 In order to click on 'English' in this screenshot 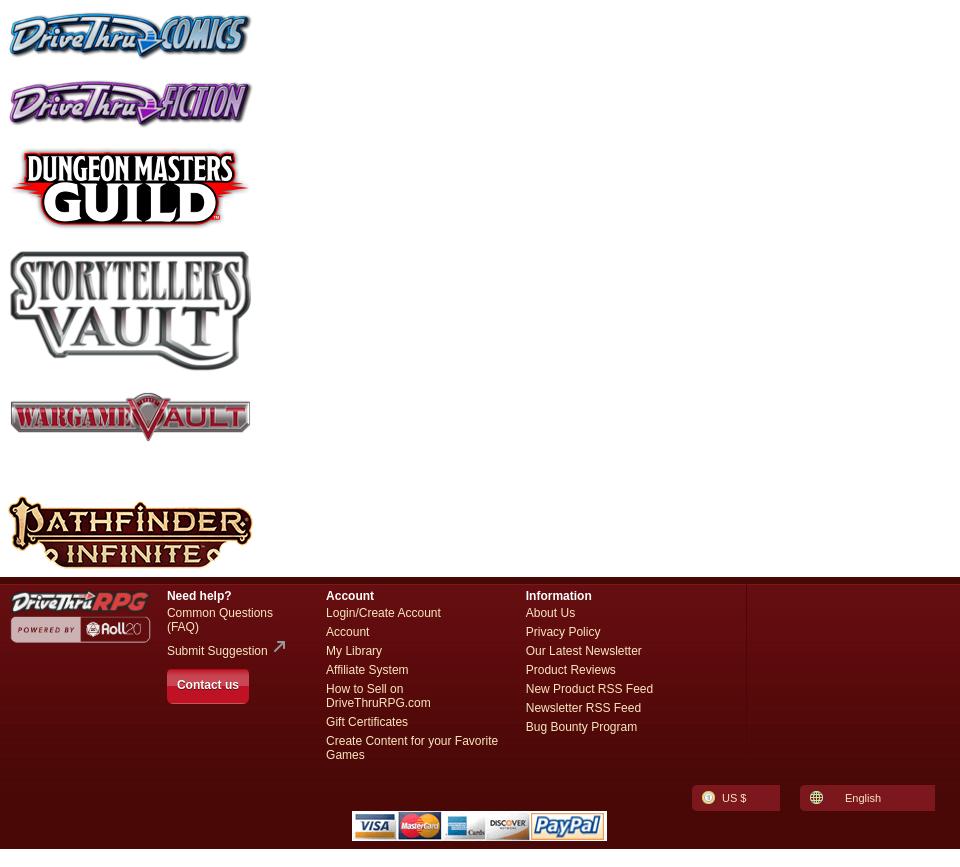, I will do `click(862, 796)`.